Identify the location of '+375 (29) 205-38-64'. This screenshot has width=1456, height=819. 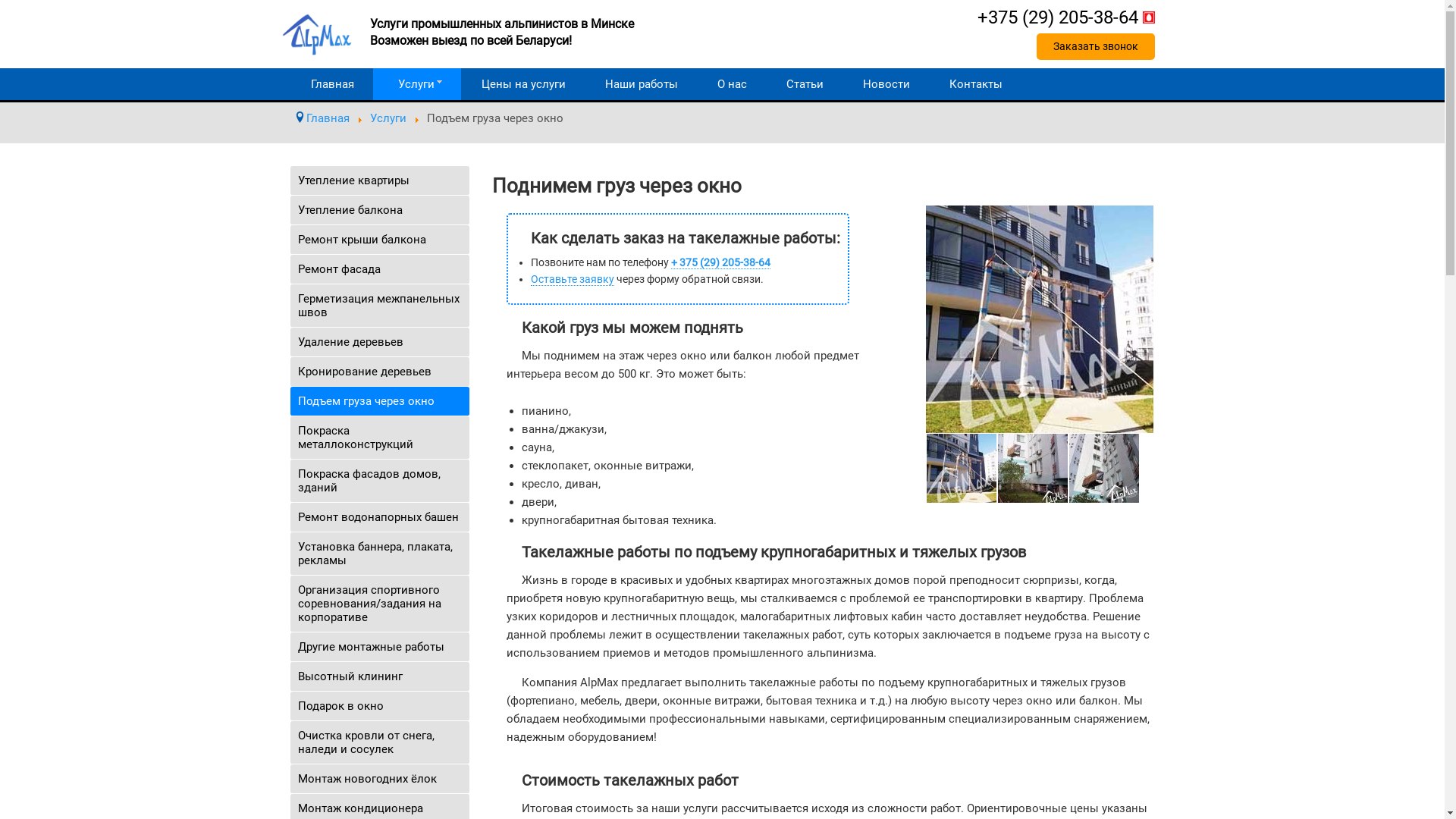
(1065, 17).